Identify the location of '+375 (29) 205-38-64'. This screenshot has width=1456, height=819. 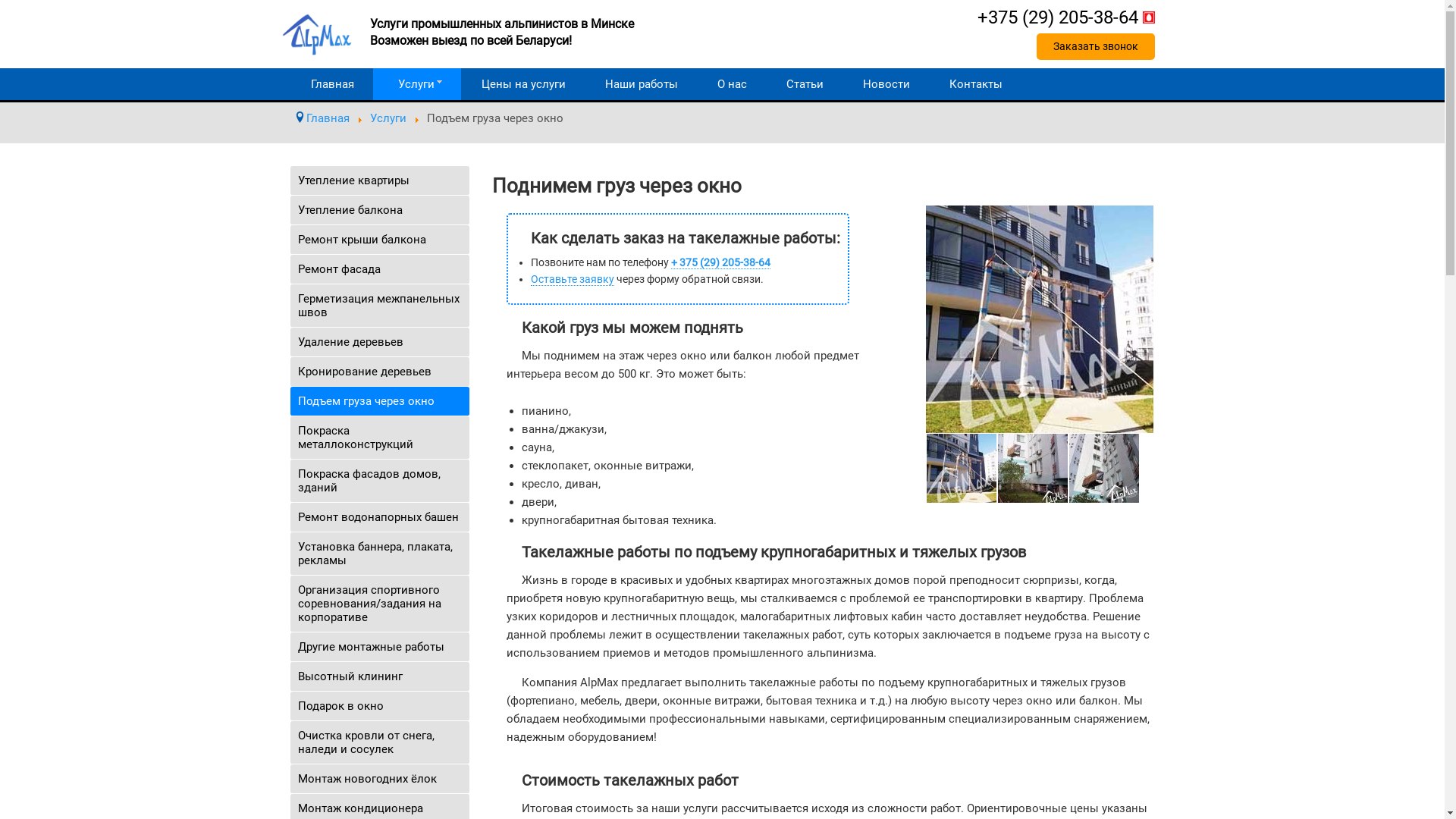
(1065, 17).